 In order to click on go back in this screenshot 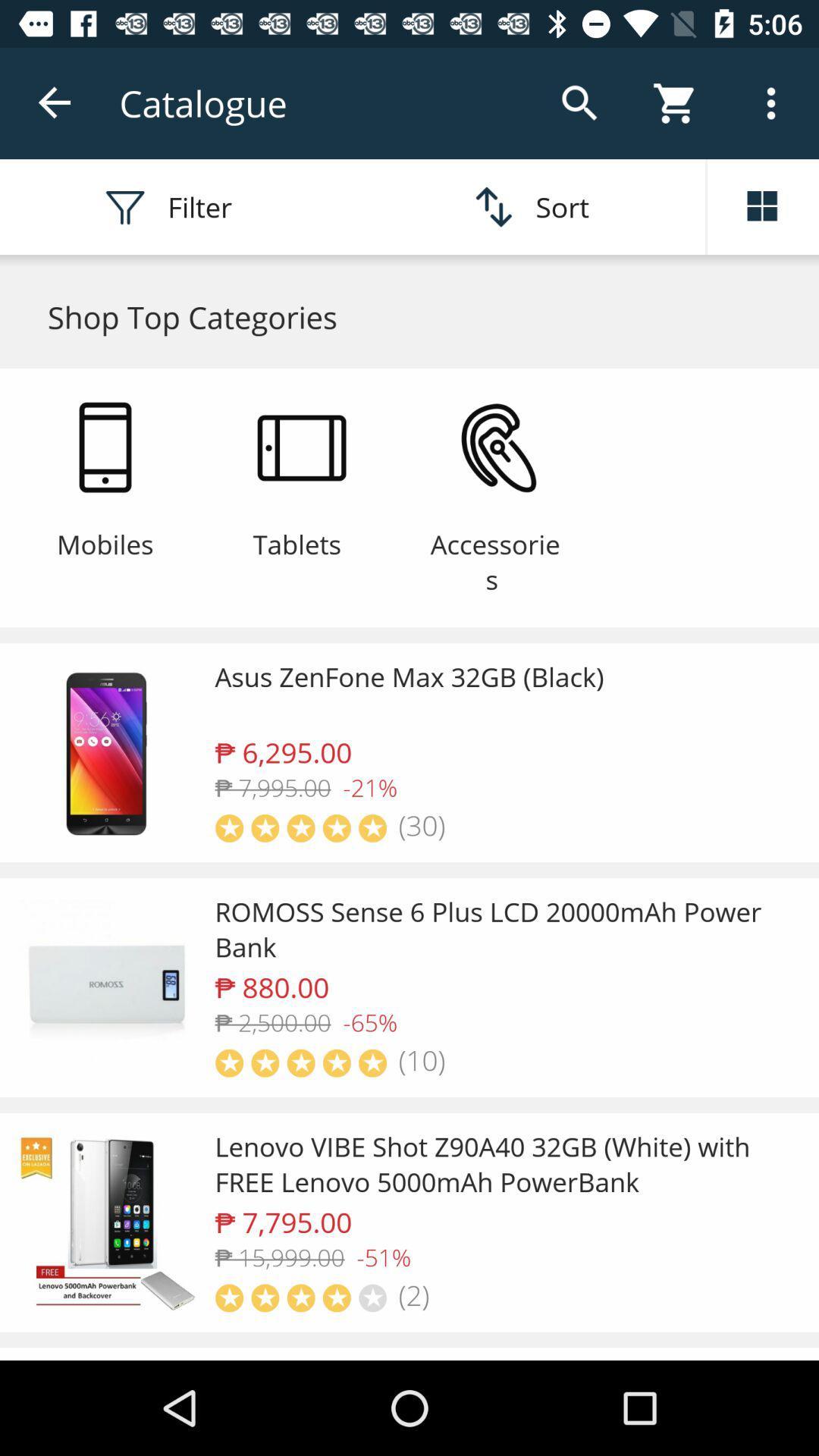, I will do `click(55, 102)`.